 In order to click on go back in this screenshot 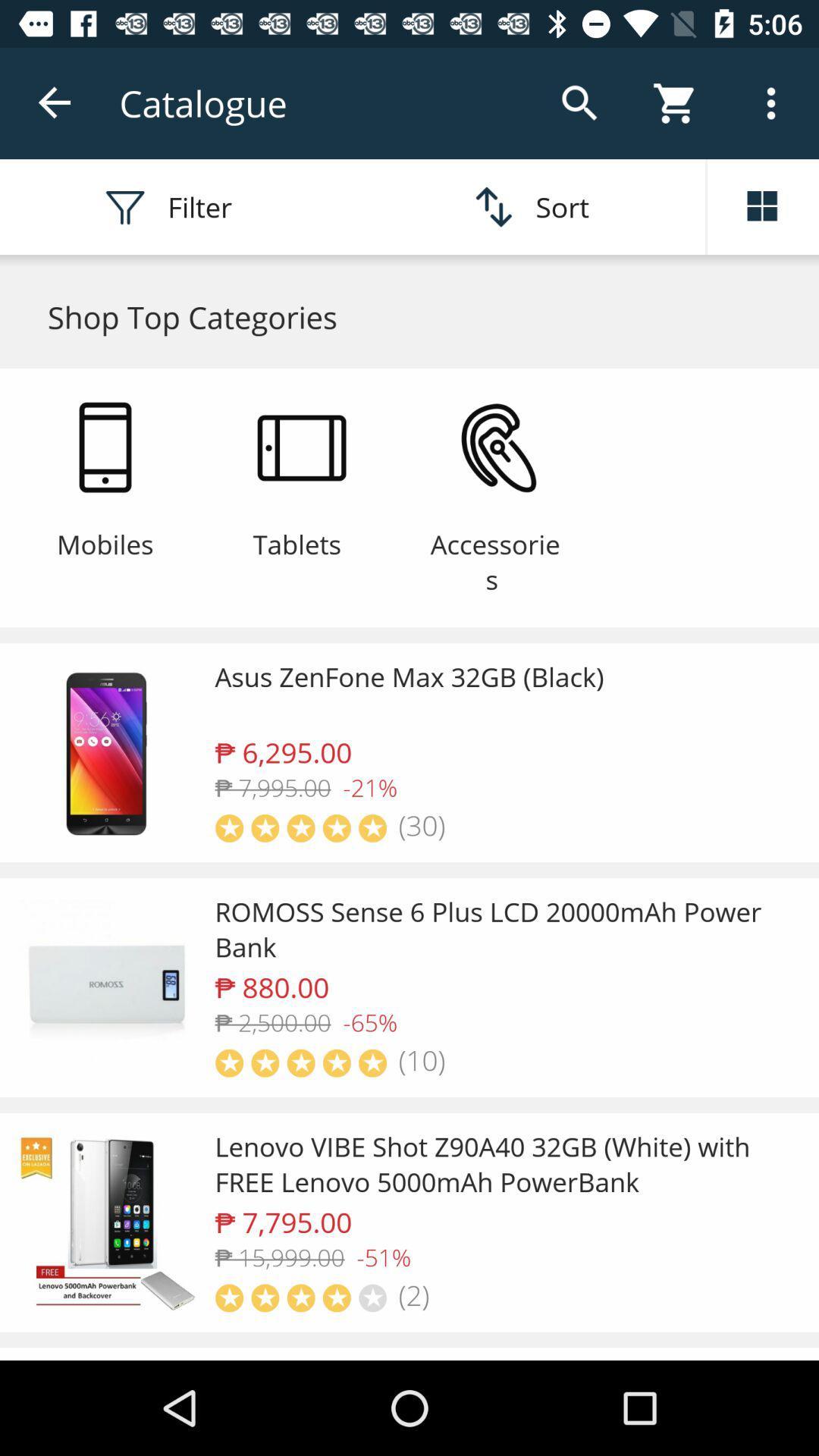, I will do `click(55, 102)`.